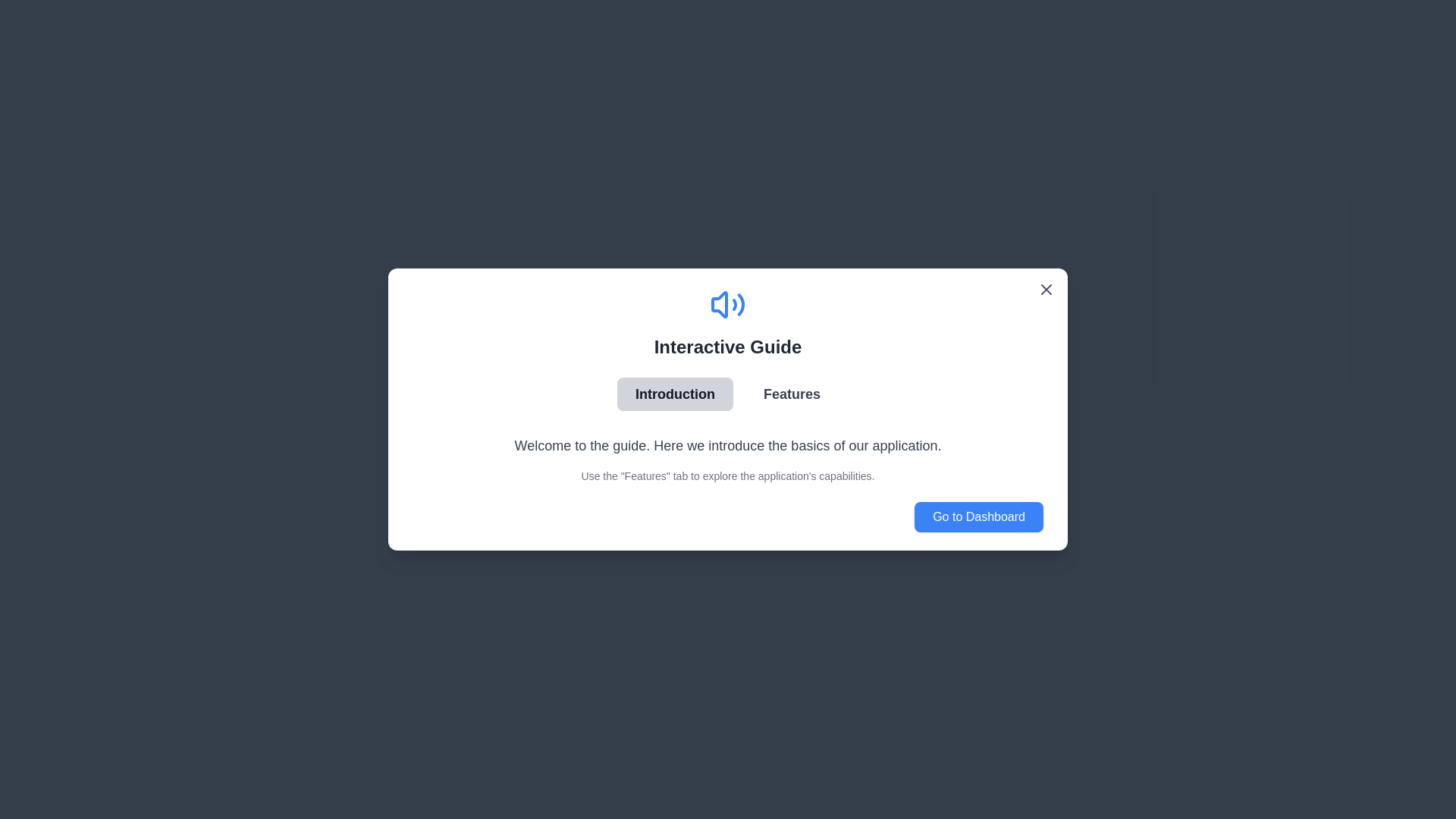  I want to click on the 'Introduction' and 'Features' buttons in the navigational tabs, so click(728, 394).